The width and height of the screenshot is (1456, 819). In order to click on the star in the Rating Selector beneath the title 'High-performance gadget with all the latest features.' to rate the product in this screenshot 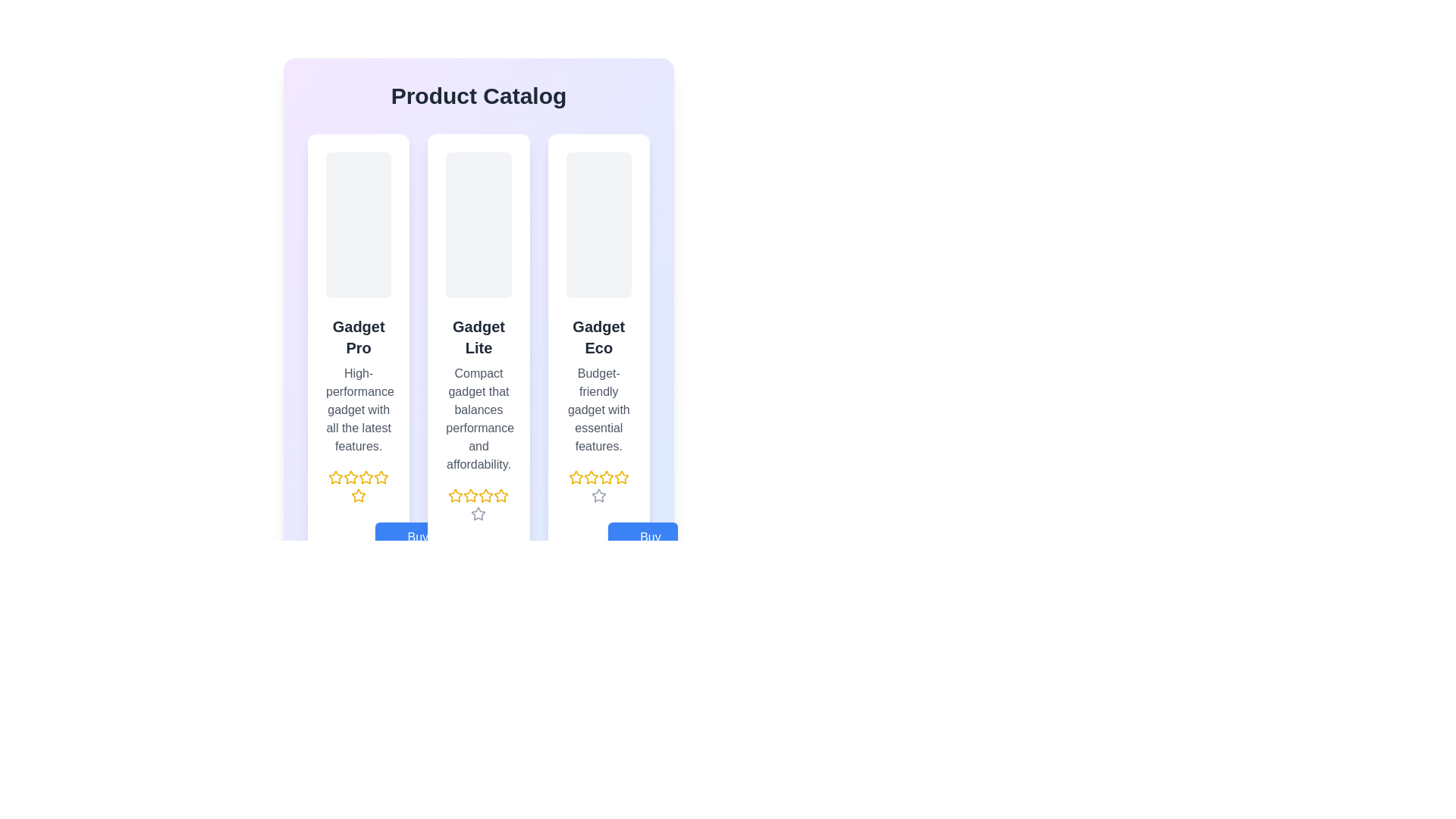, I will do `click(358, 485)`.